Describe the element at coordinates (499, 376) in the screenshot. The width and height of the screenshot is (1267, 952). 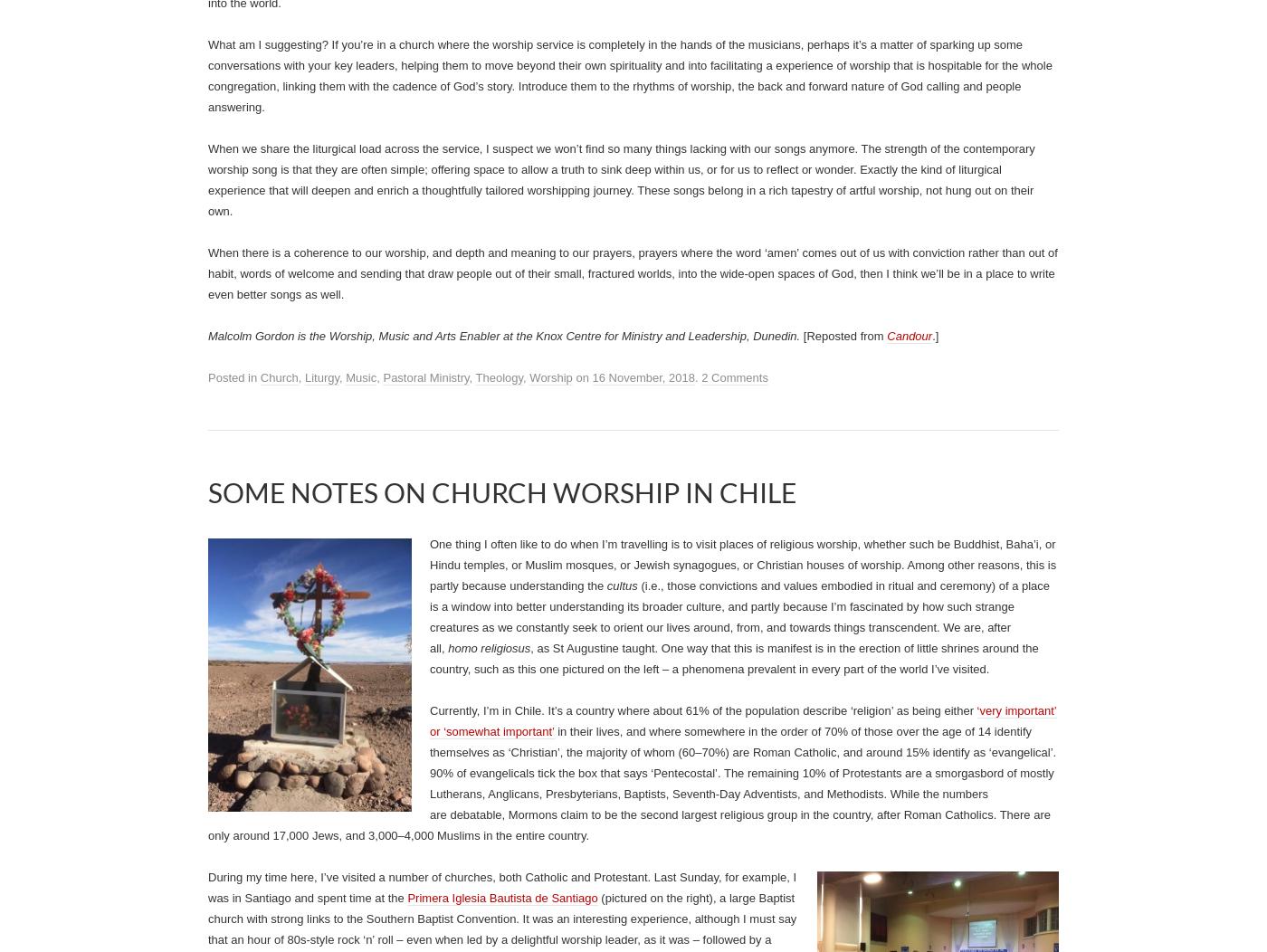
I see `'Theology'` at that location.